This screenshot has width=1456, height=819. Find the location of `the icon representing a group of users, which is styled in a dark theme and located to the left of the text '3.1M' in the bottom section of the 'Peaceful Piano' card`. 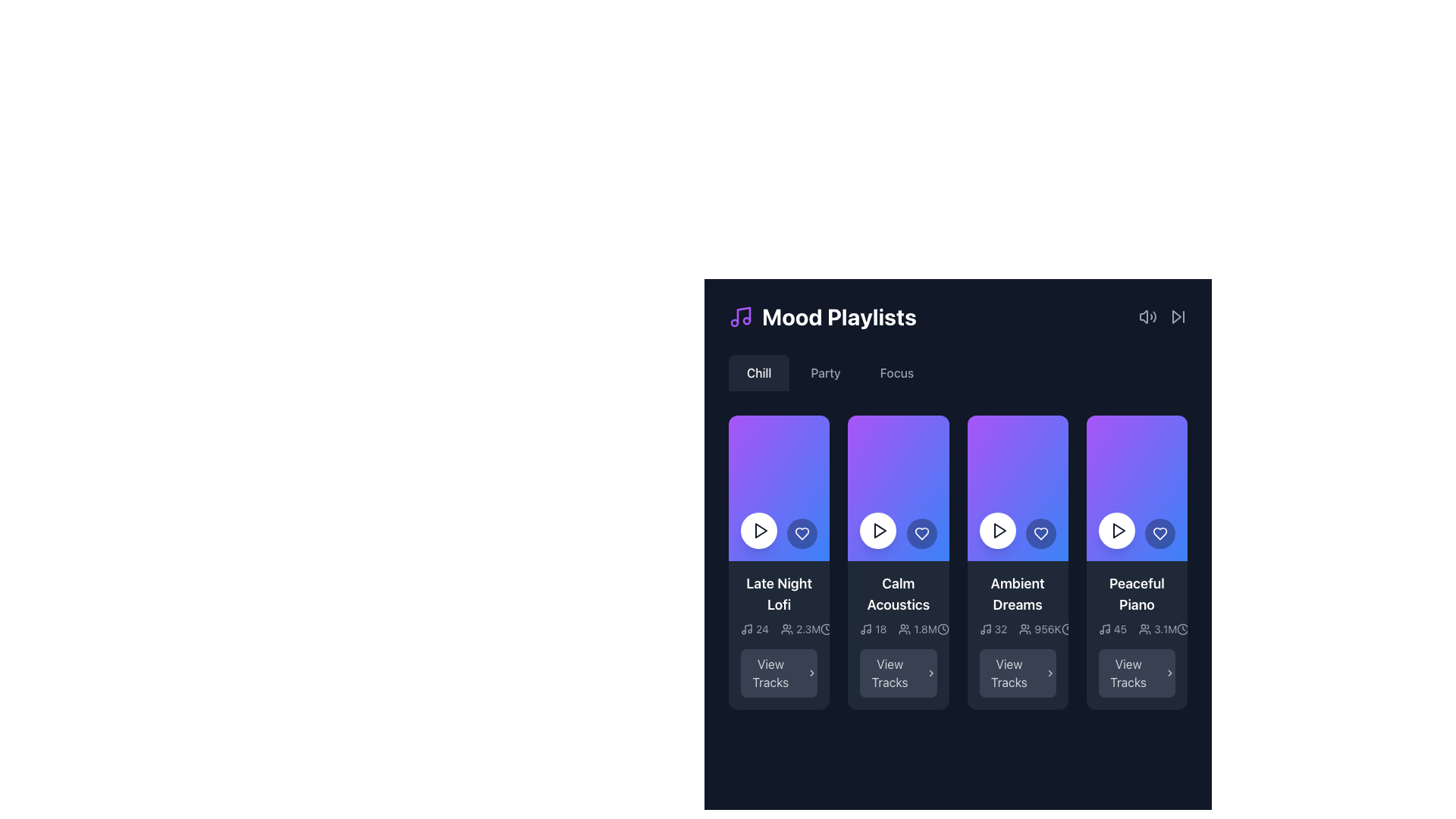

the icon representing a group of users, which is styled in a dark theme and located to the left of the text '3.1M' in the bottom section of the 'Peaceful Piano' card is located at coordinates (1145, 629).